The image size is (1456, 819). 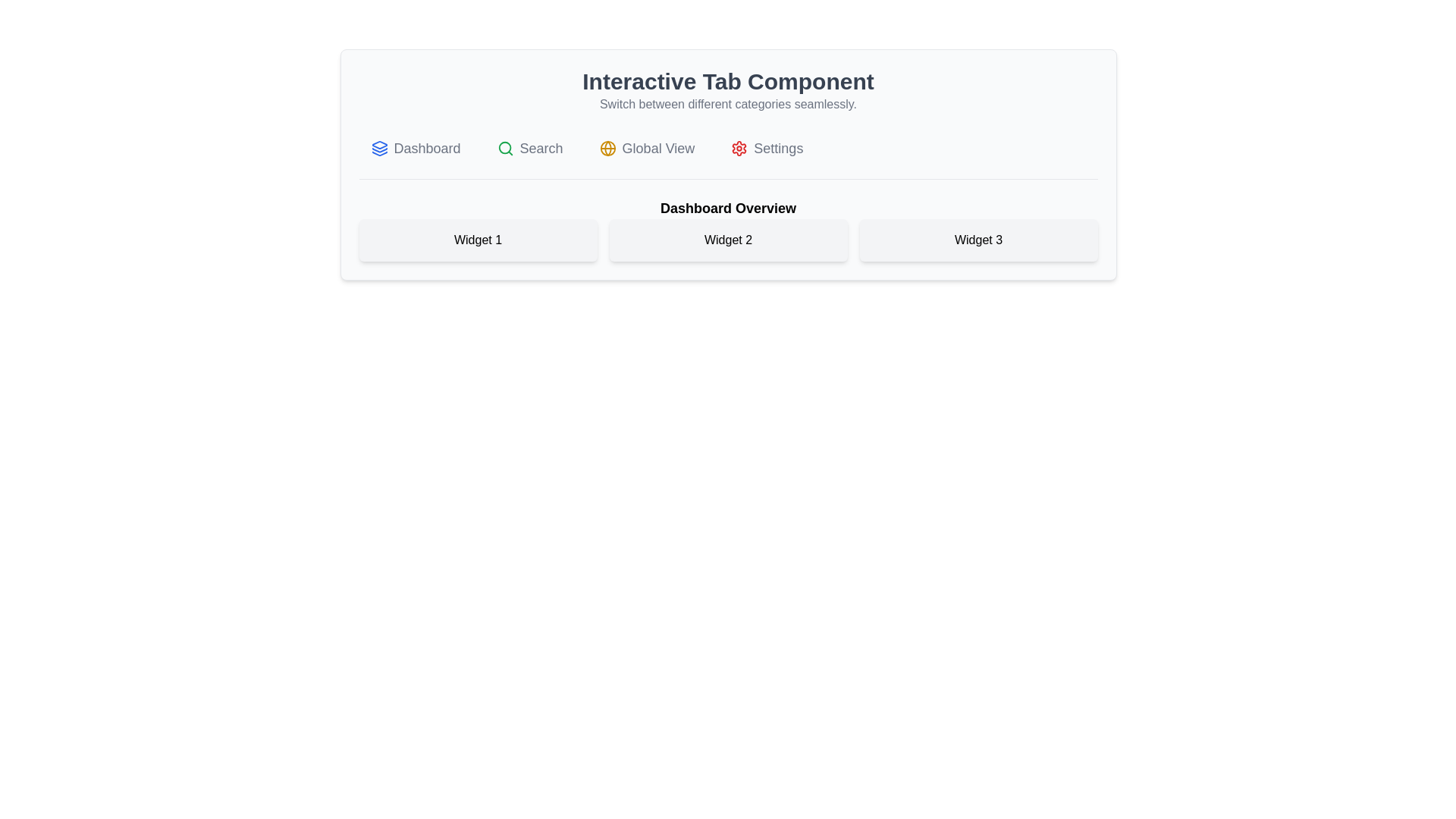 What do you see at coordinates (728, 90) in the screenshot?
I see `text from the Header or Title block that combines a main heading 'Interactive Tab Component' and a subtitle 'Switch between different categories seamlessly.'` at bounding box center [728, 90].